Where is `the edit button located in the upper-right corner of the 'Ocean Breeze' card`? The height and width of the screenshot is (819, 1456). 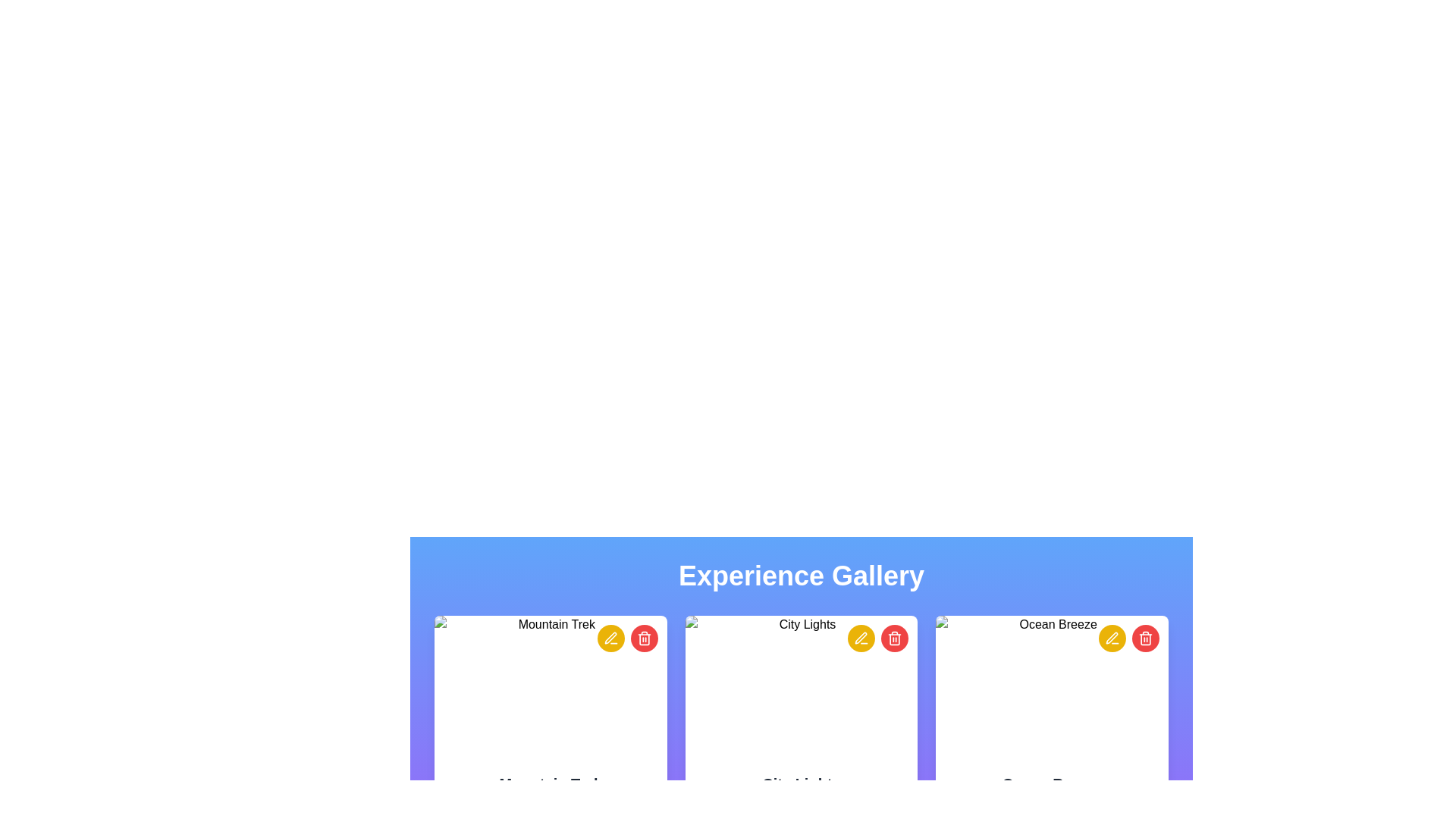 the edit button located in the upper-right corner of the 'Ocean Breeze' card is located at coordinates (1112, 638).